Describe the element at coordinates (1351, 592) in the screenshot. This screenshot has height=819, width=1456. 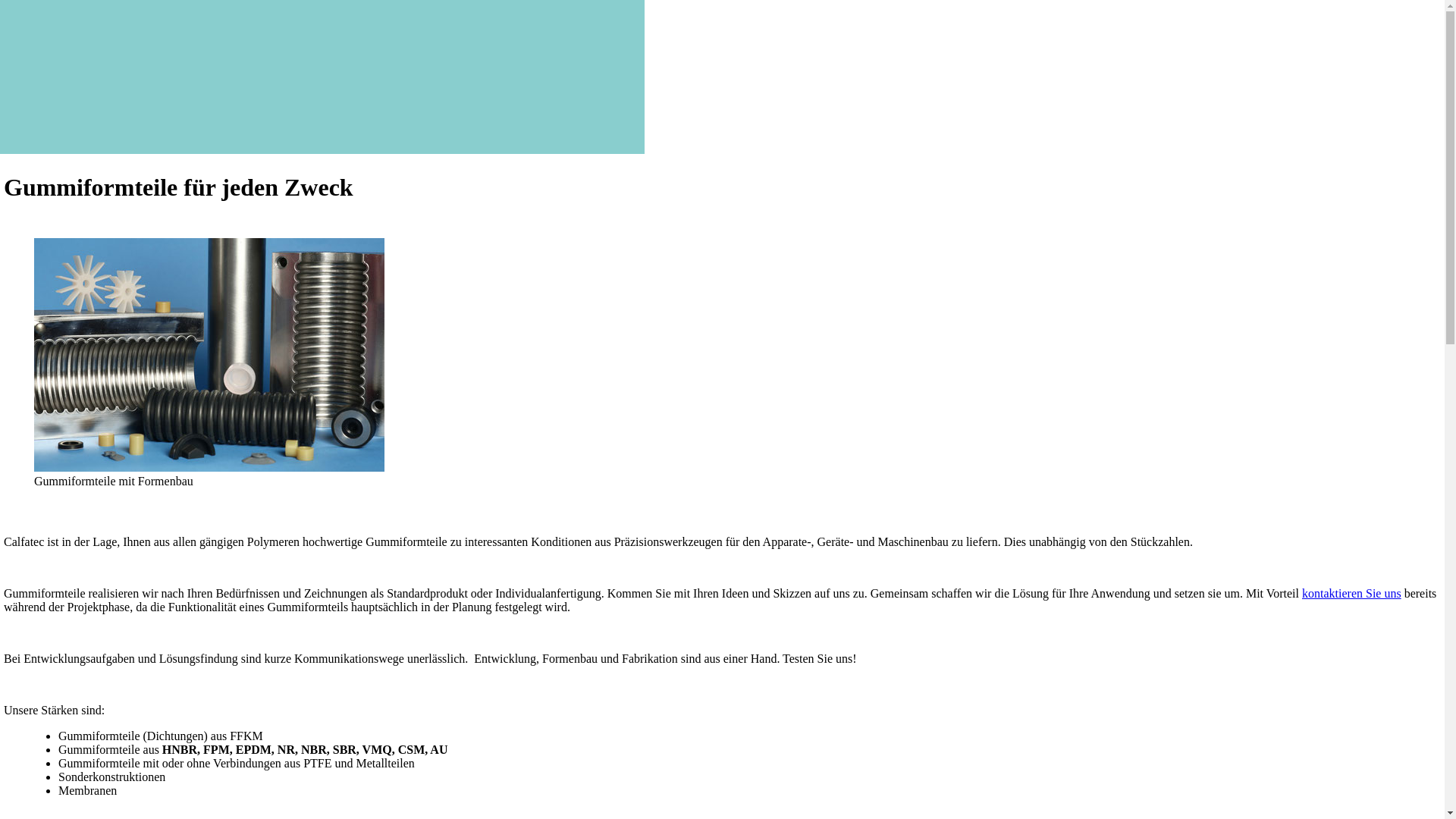
I see `'kontaktieren Sie uns'` at that location.